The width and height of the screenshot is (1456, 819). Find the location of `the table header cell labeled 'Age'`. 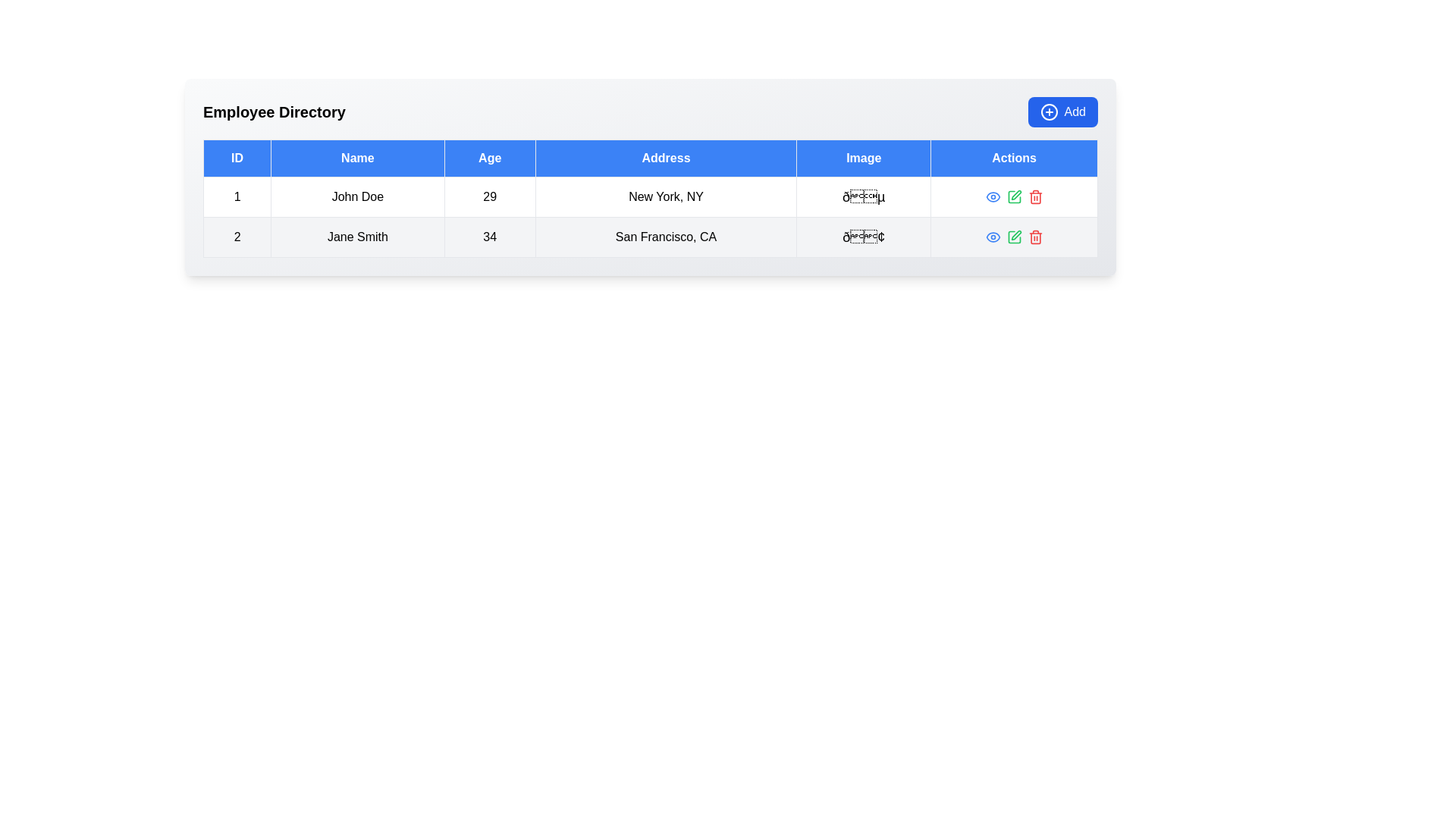

the table header cell labeled 'Age' is located at coordinates (490, 158).